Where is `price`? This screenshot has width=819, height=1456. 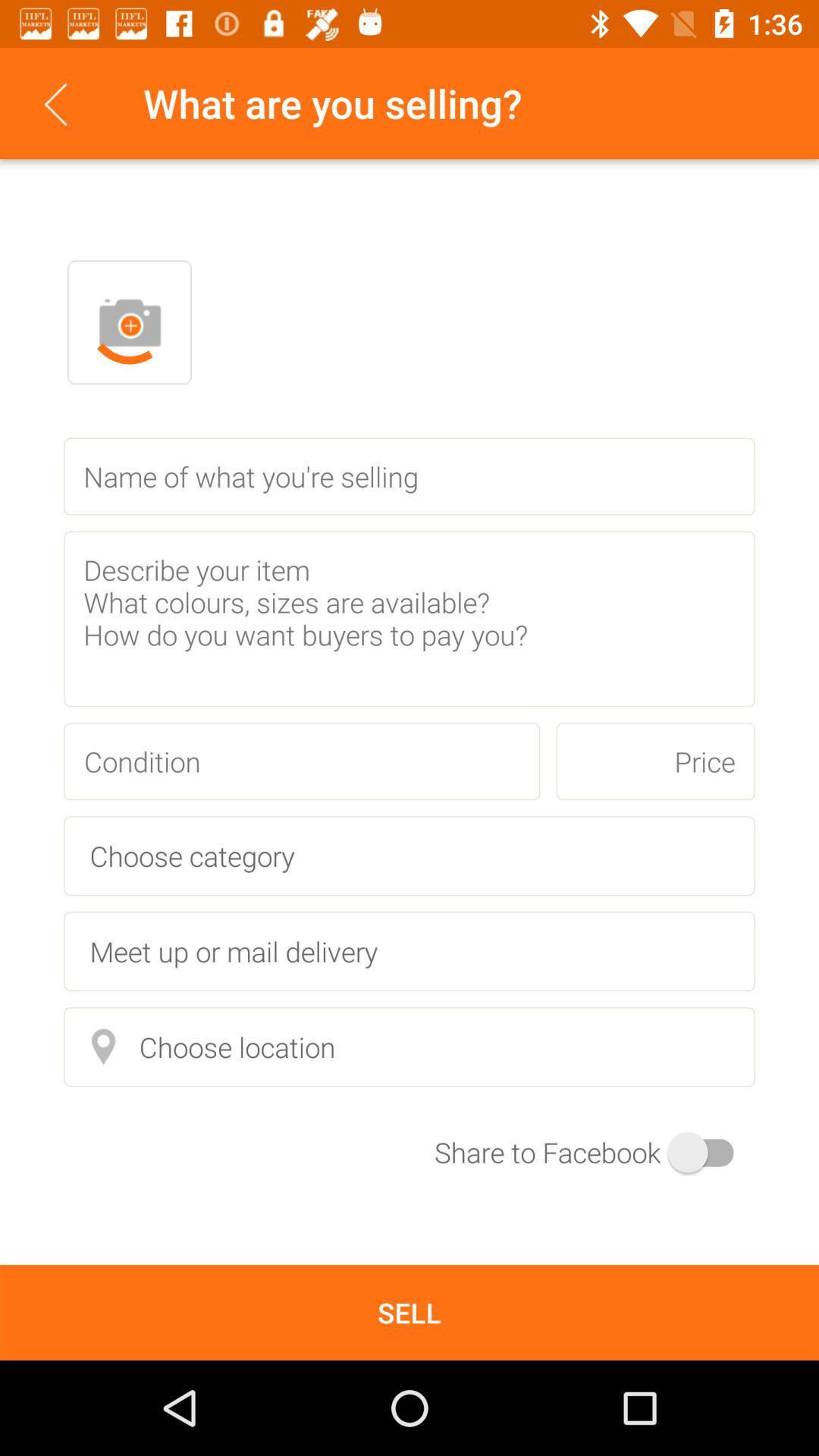
price is located at coordinates (654, 761).